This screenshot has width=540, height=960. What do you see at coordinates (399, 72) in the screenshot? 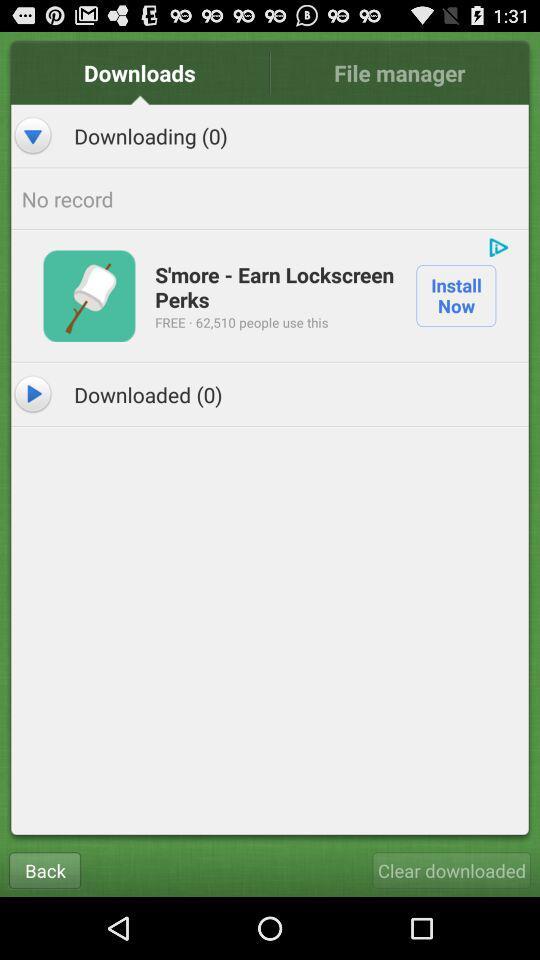
I see `file manager item` at bounding box center [399, 72].